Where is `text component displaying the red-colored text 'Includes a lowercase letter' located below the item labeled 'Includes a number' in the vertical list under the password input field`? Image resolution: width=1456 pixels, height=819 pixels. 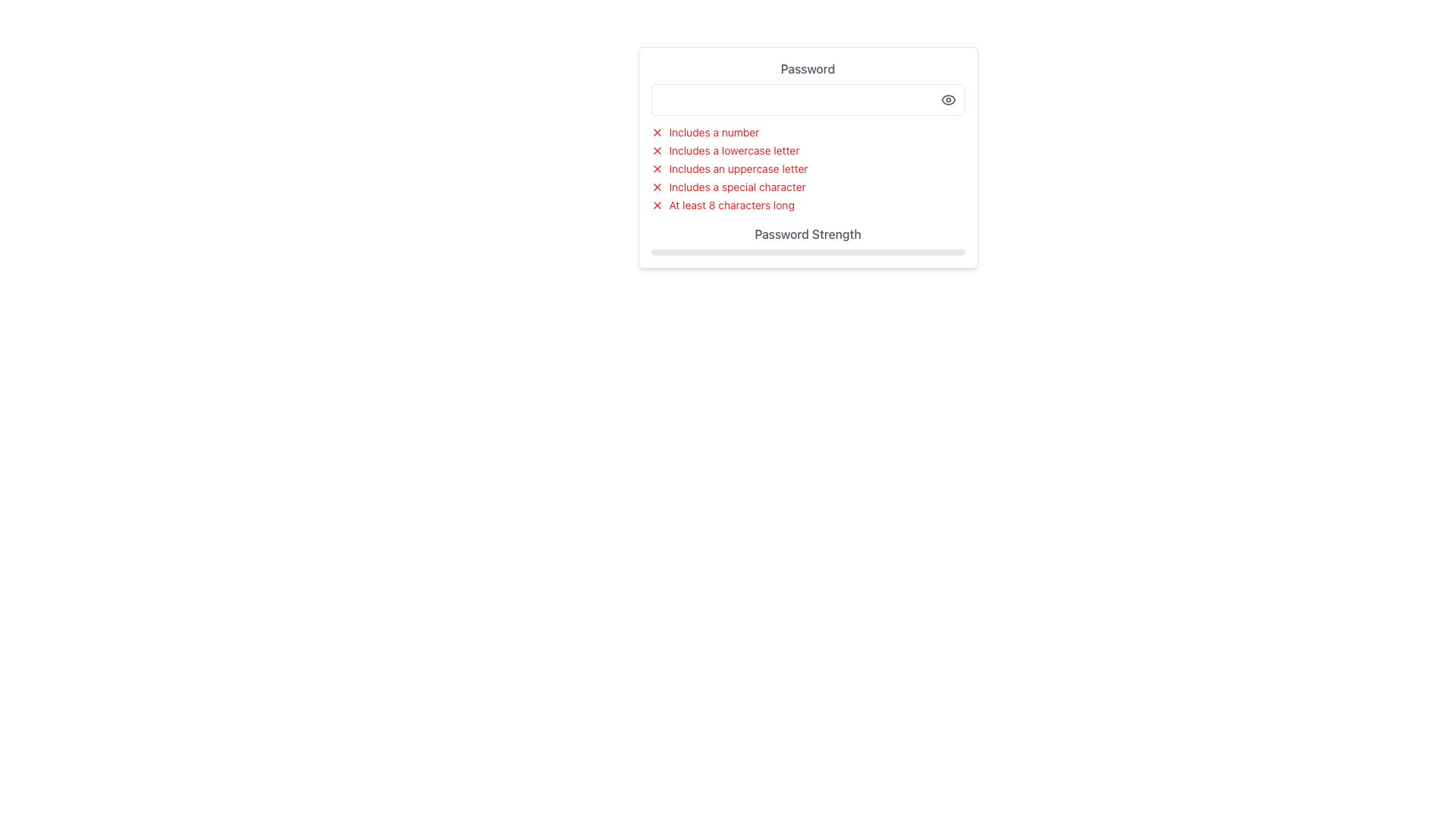 text component displaying the red-colored text 'Includes a lowercase letter' located below the item labeled 'Includes a number' in the vertical list under the password input field is located at coordinates (734, 151).